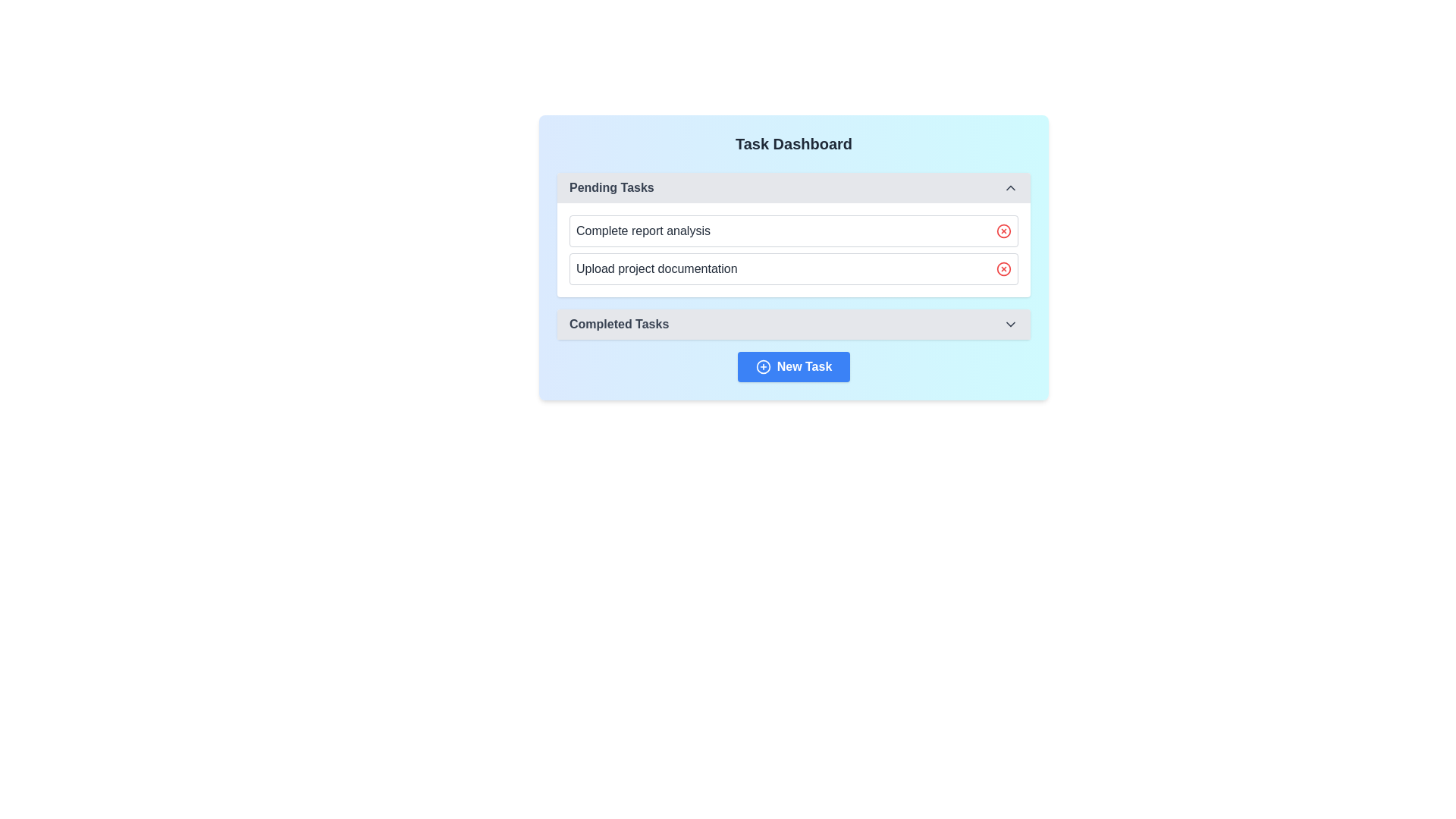 The height and width of the screenshot is (819, 1456). Describe the element at coordinates (1004, 268) in the screenshot. I see `the delete icon located on the right side of the task entry labeled 'Upload project documentation' in the second row of the 'Pending Tasks' section` at that location.